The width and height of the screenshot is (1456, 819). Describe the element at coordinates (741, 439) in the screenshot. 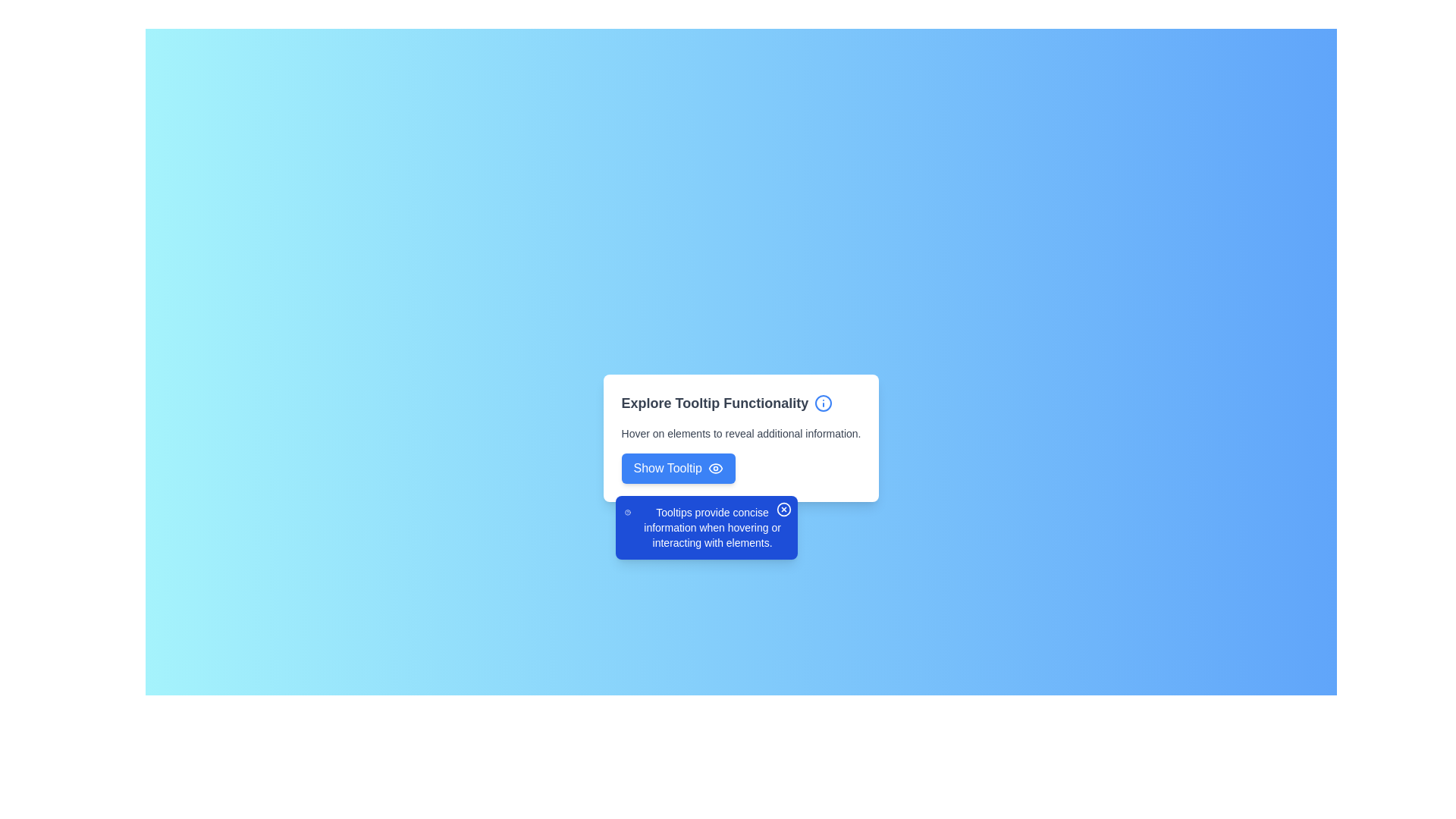

I see `the static informational text located beneath the title 'Explore Tooltip Functionality' and above the blue button 'Show Tooltip', which provides guidance on interacting with elements` at that location.